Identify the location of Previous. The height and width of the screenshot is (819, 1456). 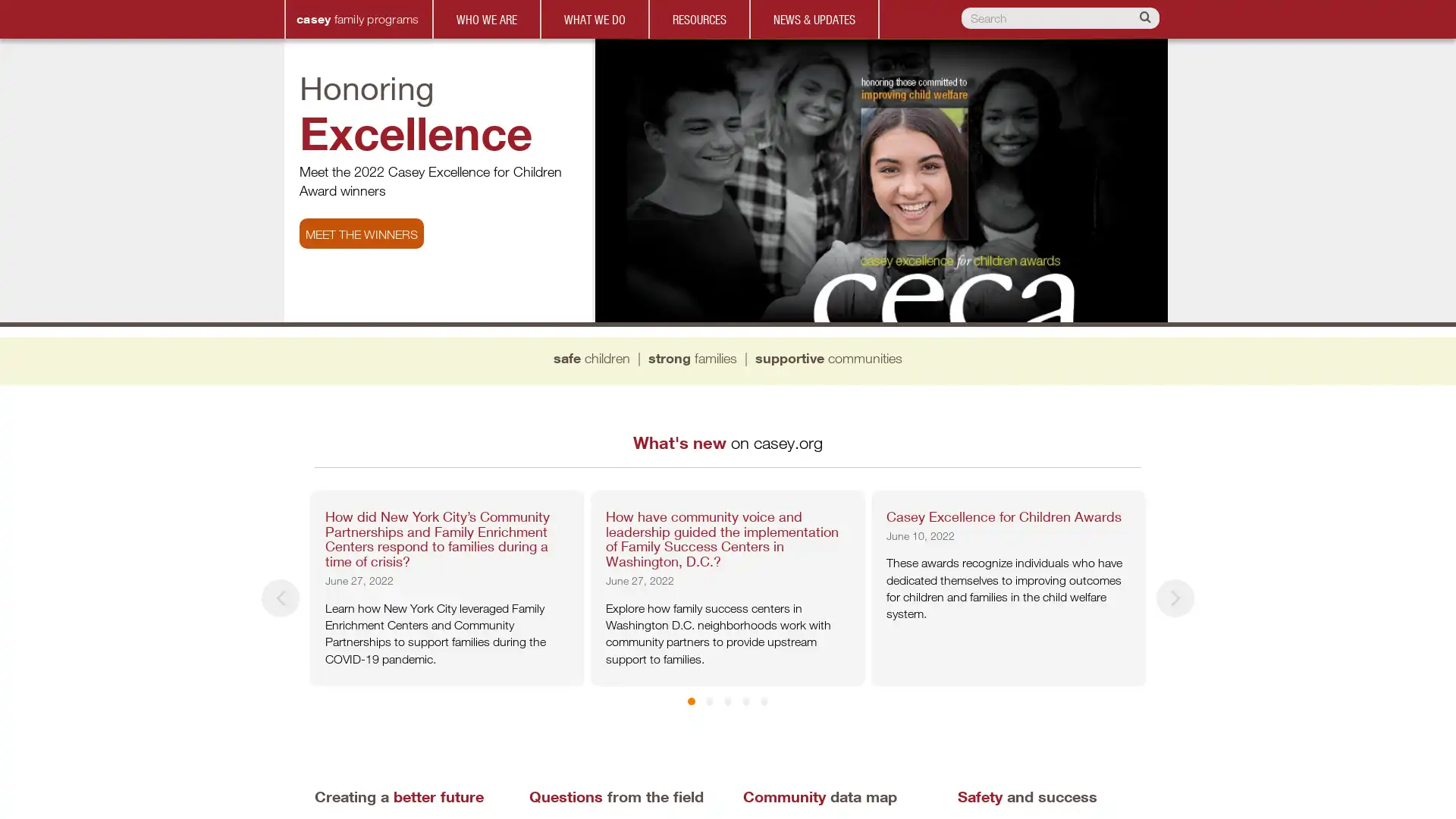
(280, 598).